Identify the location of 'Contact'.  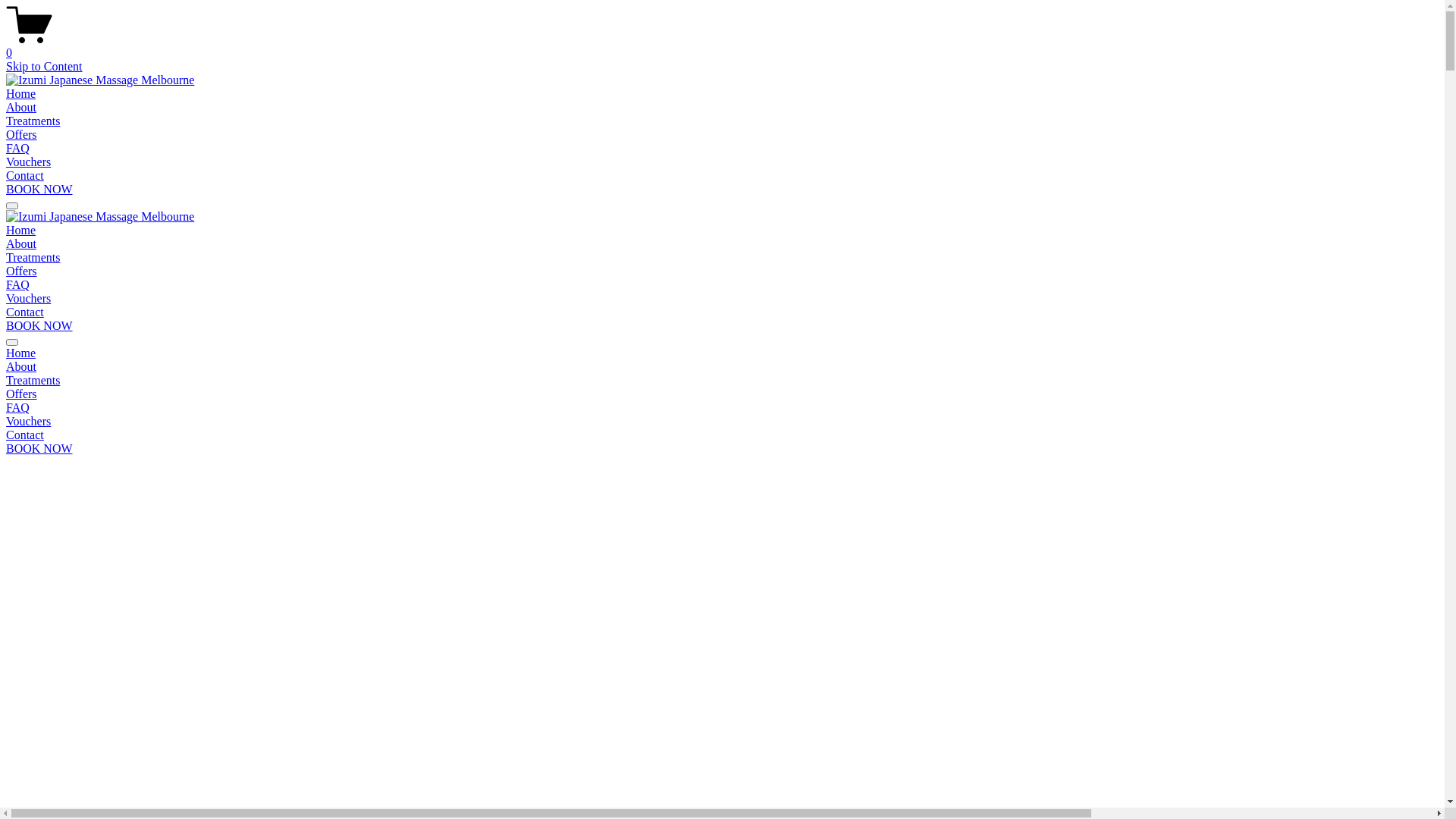
(25, 174).